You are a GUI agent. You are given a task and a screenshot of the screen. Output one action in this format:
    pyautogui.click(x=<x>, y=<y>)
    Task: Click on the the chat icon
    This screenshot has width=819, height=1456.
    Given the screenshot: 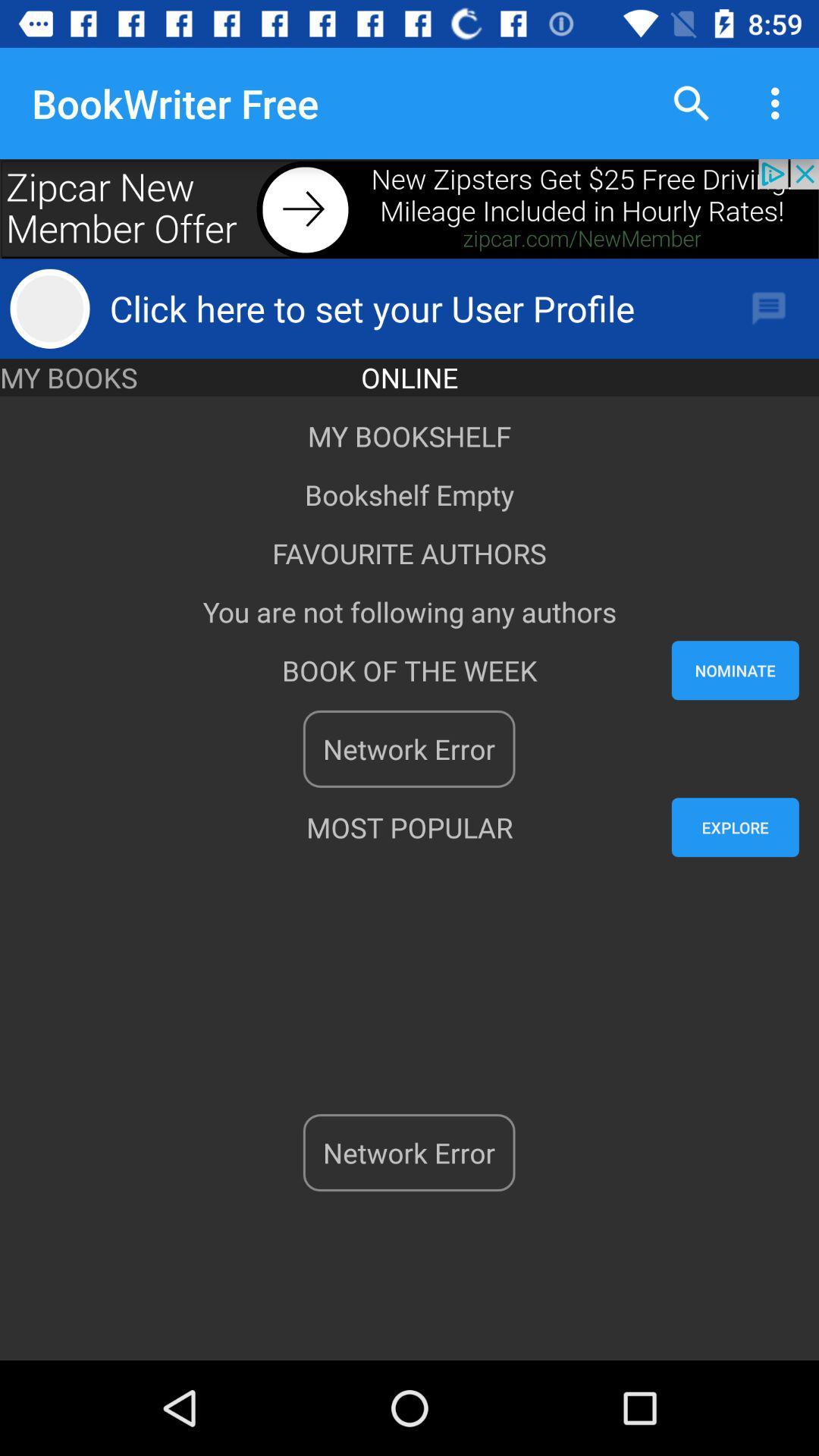 What is the action you would take?
    pyautogui.click(x=769, y=308)
    